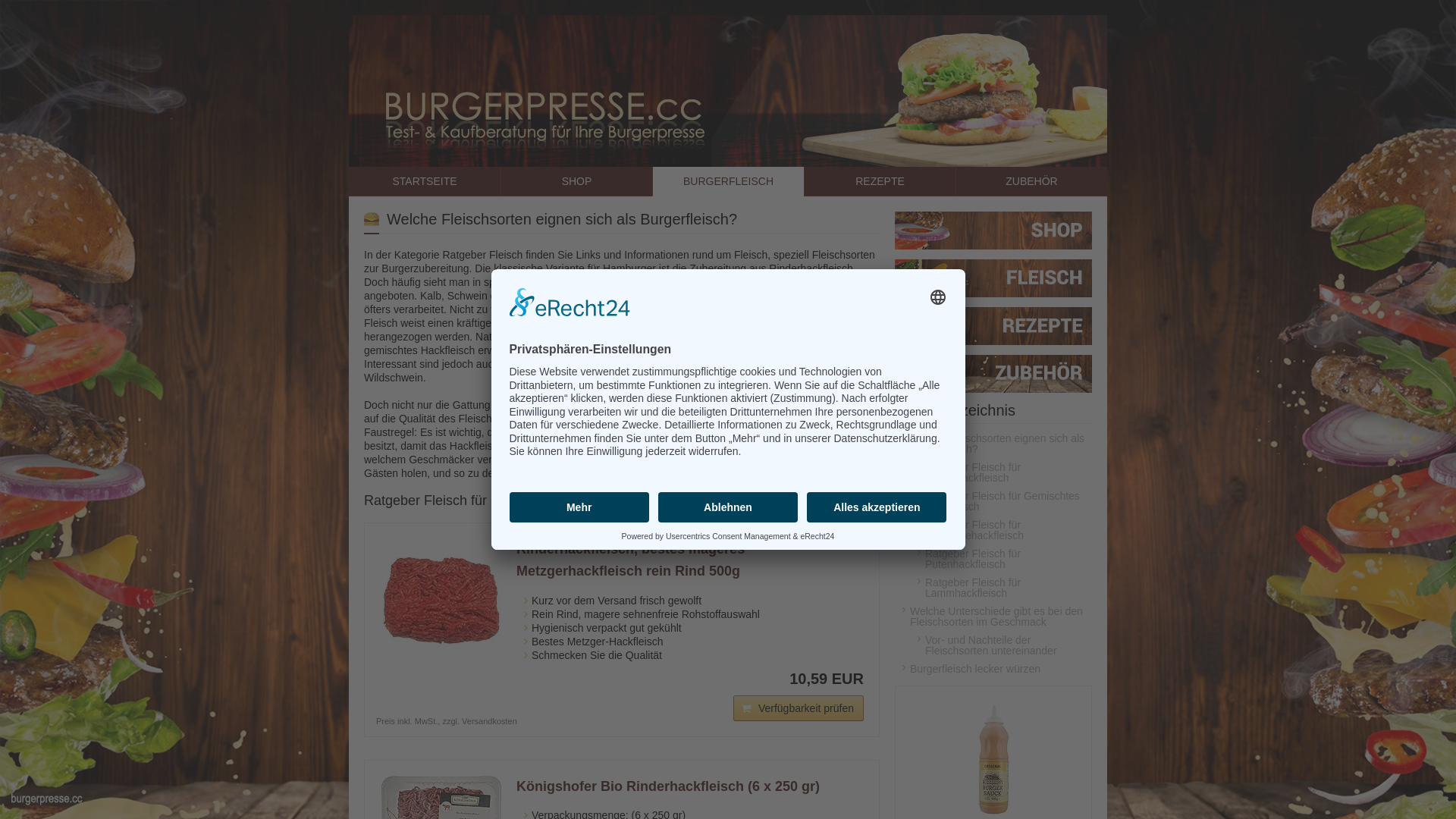  What do you see at coordinates (575, 180) in the screenshot?
I see `'SHOP'` at bounding box center [575, 180].